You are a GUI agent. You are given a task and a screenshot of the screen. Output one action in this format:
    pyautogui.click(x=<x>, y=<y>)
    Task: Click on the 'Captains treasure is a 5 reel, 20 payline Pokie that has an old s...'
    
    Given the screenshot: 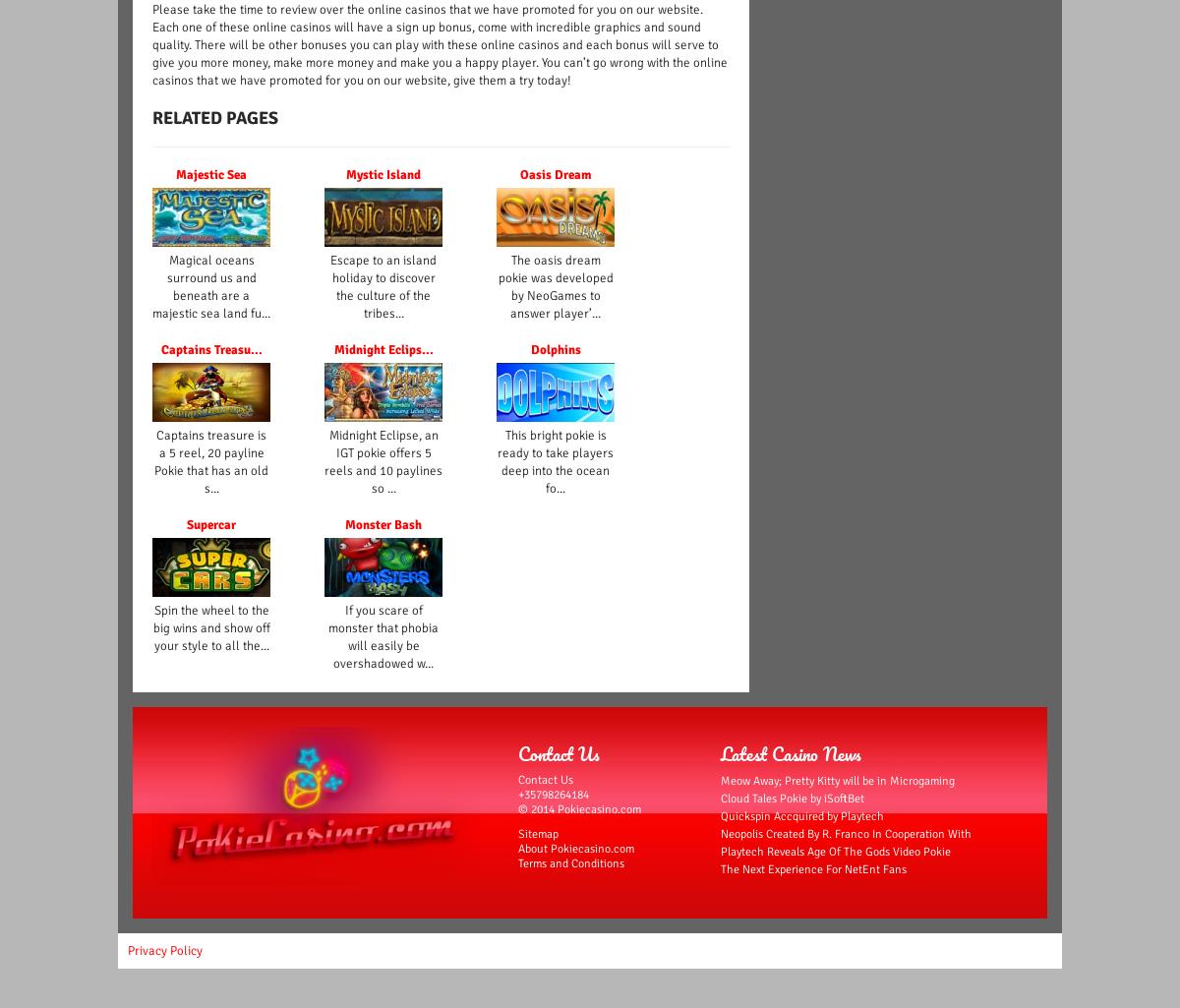 What is the action you would take?
    pyautogui.click(x=210, y=461)
    